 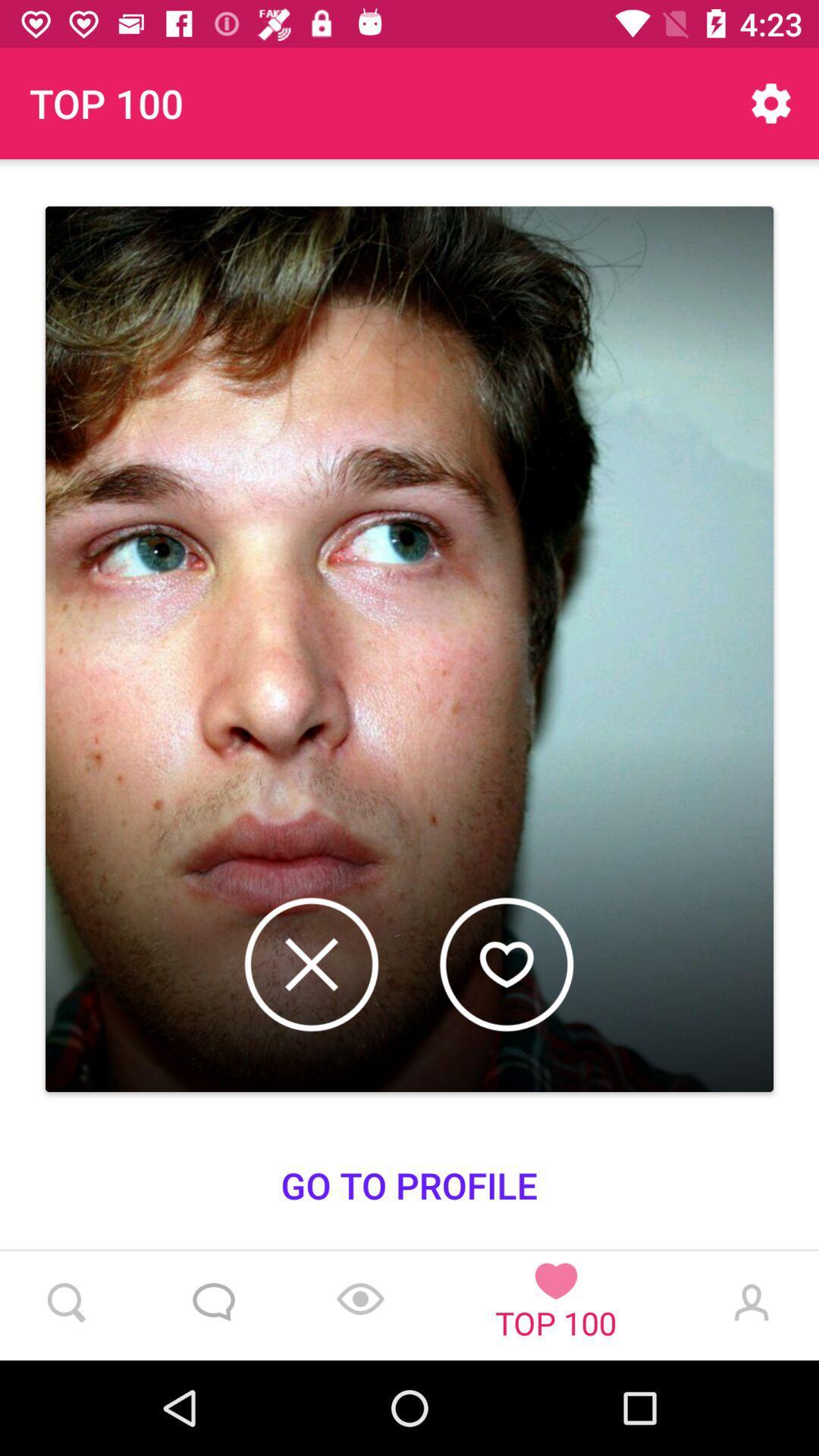 What do you see at coordinates (748, 1305) in the screenshot?
I see `the avatar icon` at bounding box center [748, 1305].